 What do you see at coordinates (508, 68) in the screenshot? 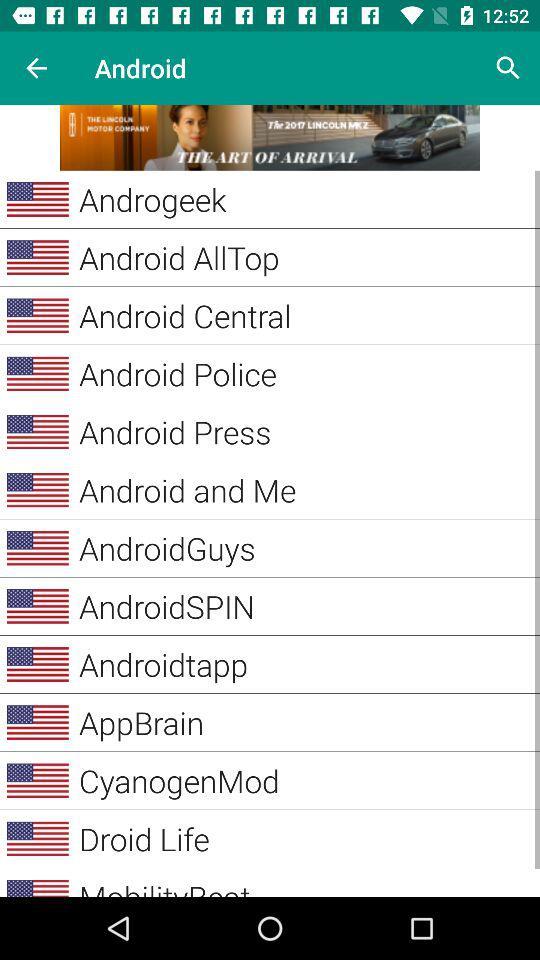
I see `start to search` at bounding box center [508, 68].